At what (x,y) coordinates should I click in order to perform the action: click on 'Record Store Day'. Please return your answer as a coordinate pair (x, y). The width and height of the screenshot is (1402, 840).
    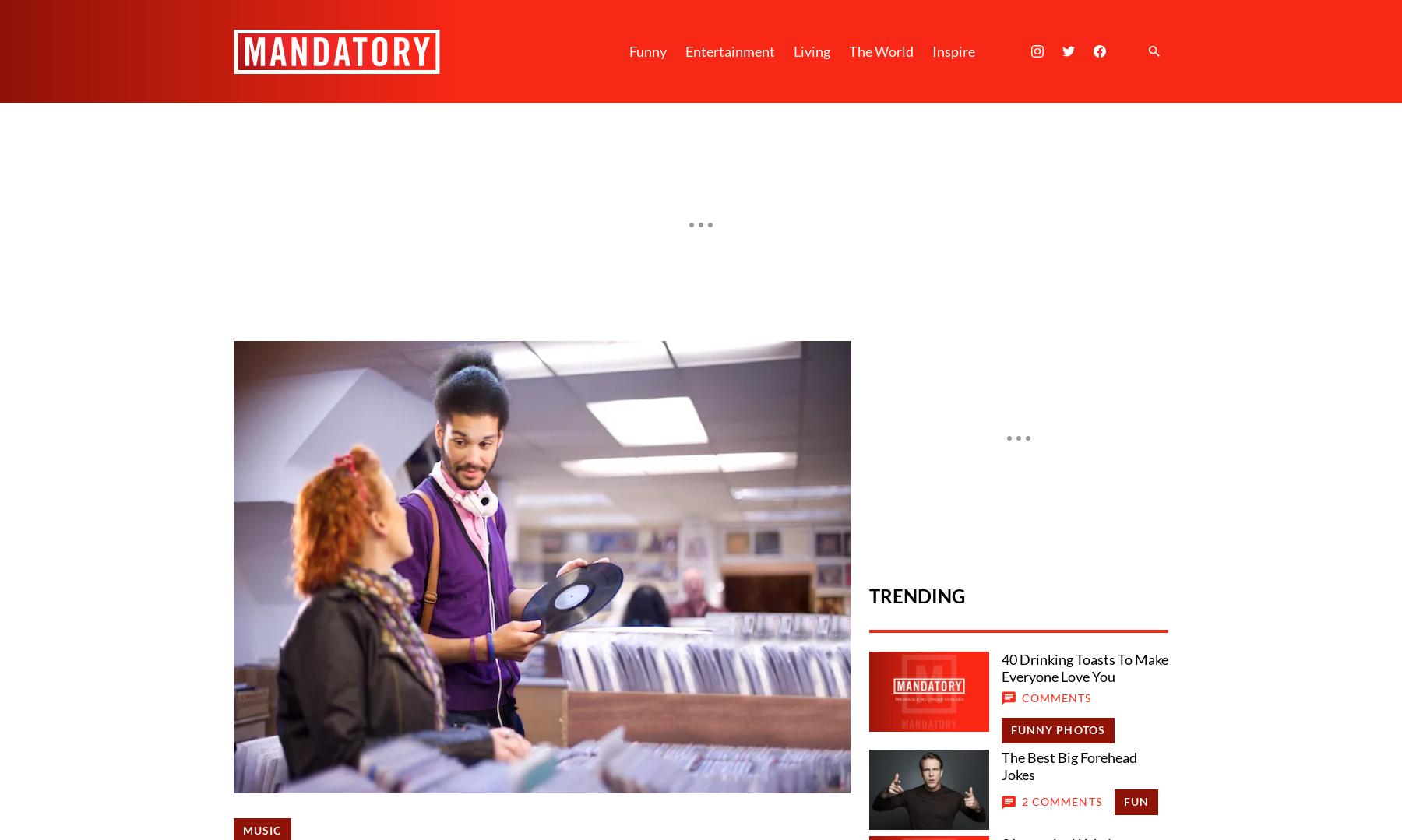
    Looking at the image, I should click on (727, 615).